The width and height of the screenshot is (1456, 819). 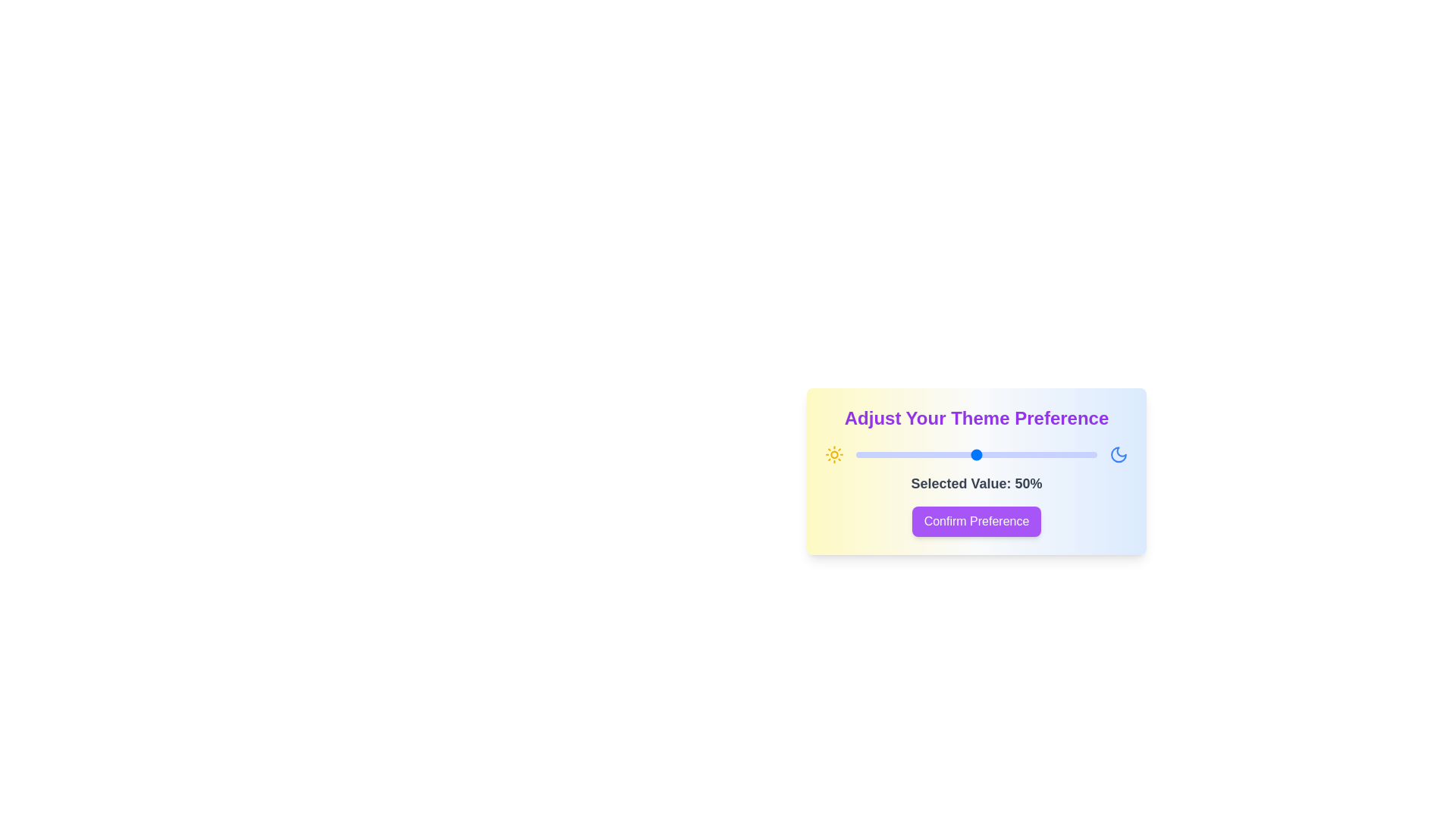 What do you see at coordinates (885, 454) in the screenshot?
I see `the theme slider` at bounding box center [885, 454].